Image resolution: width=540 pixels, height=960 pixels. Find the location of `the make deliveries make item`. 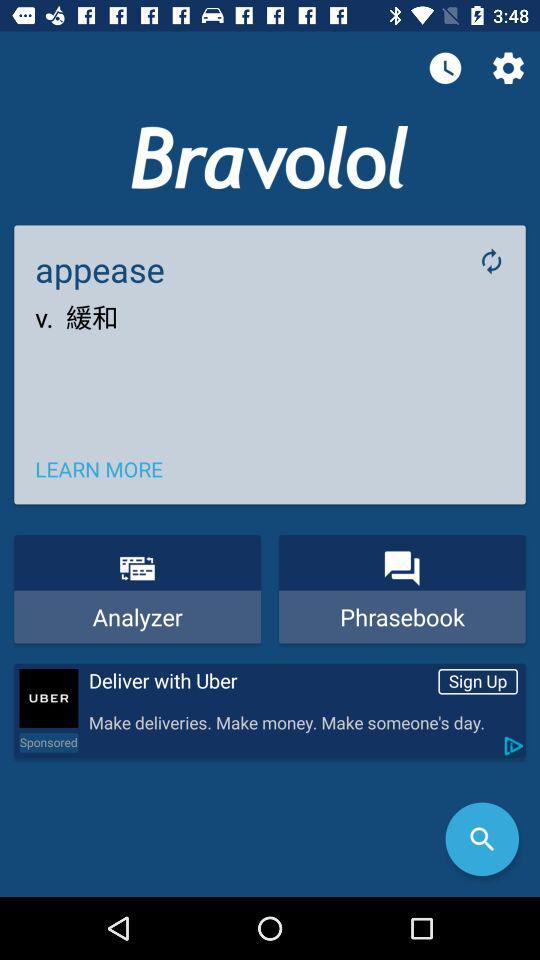

the make deliveries make item is located at coordinates (301, 722).